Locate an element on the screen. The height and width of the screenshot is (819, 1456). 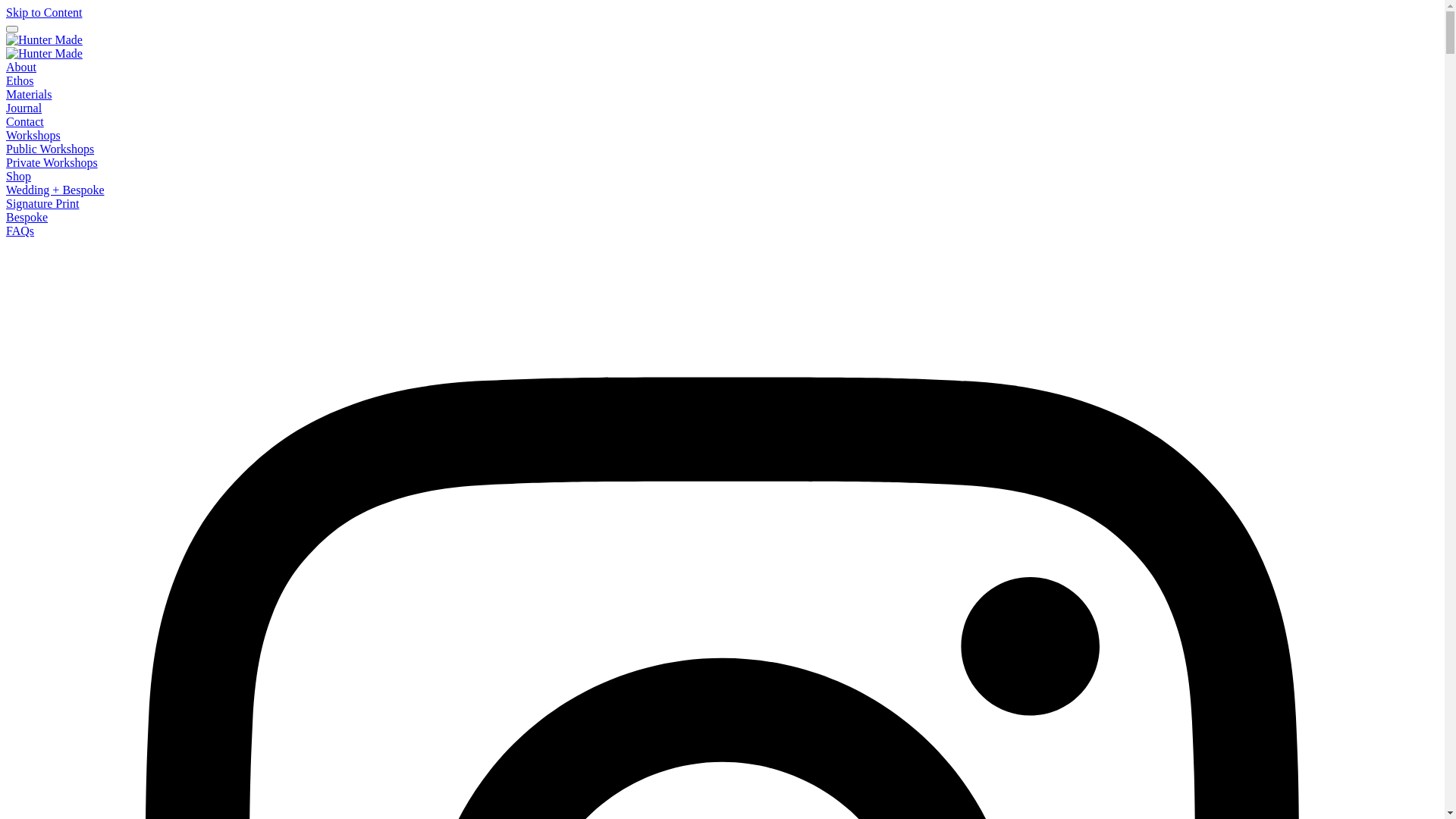
'About' is located at coordinates (21, 66).